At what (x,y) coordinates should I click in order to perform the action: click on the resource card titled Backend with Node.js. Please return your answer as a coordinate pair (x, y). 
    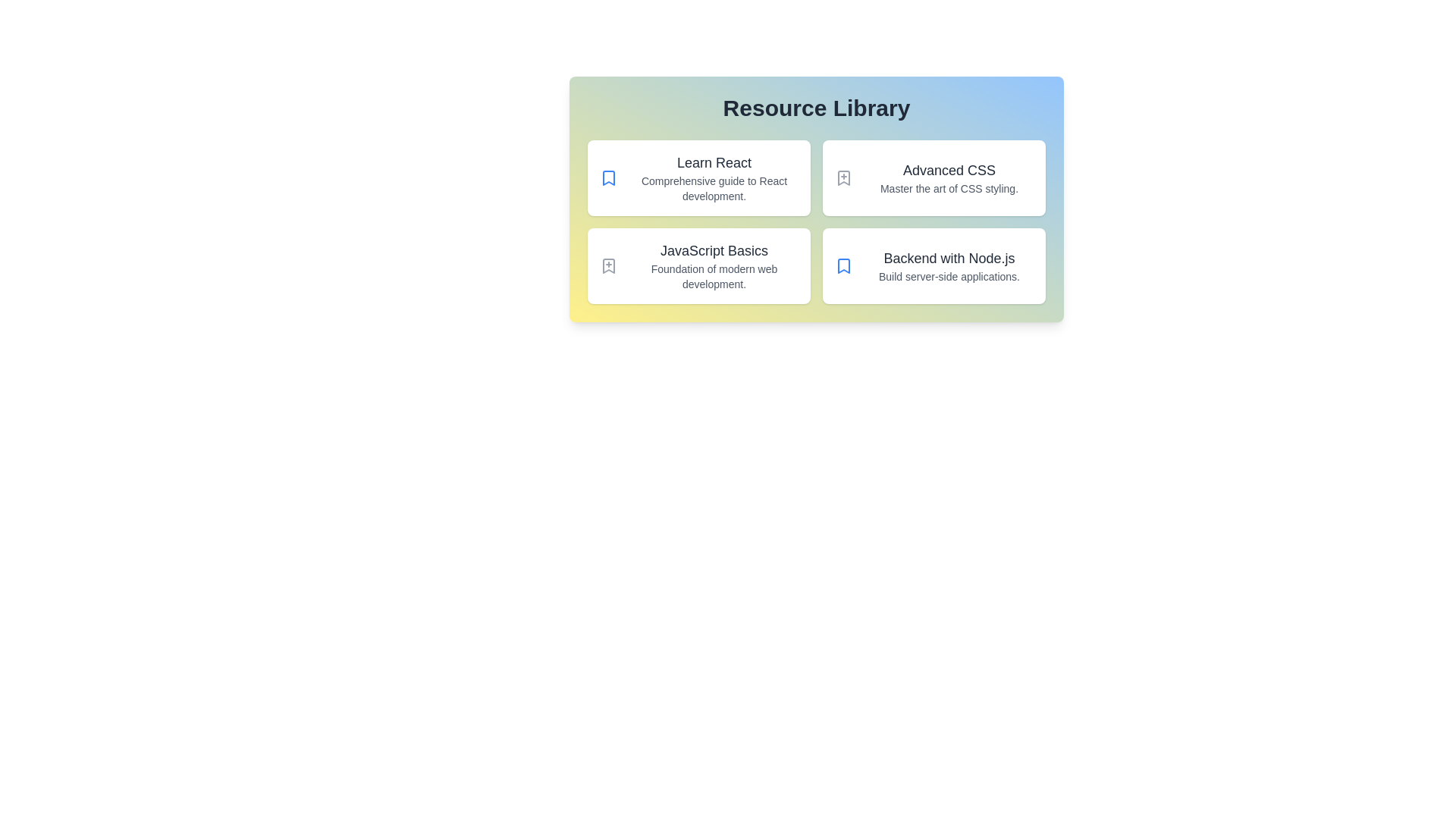
    Looking at the image, I should click on (934, 265).